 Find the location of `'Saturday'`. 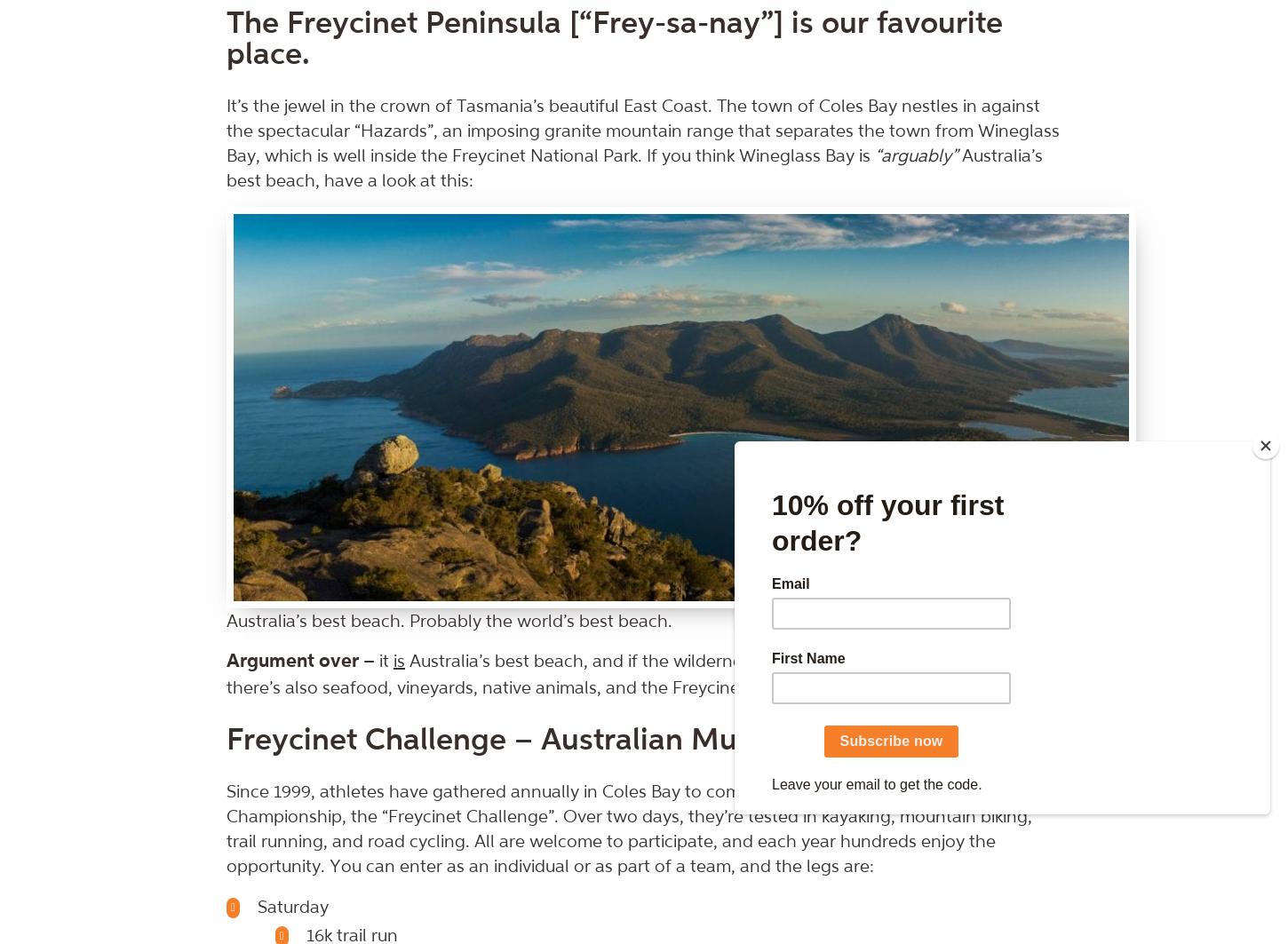

'Saturday' is located at coordinates (293, 906).